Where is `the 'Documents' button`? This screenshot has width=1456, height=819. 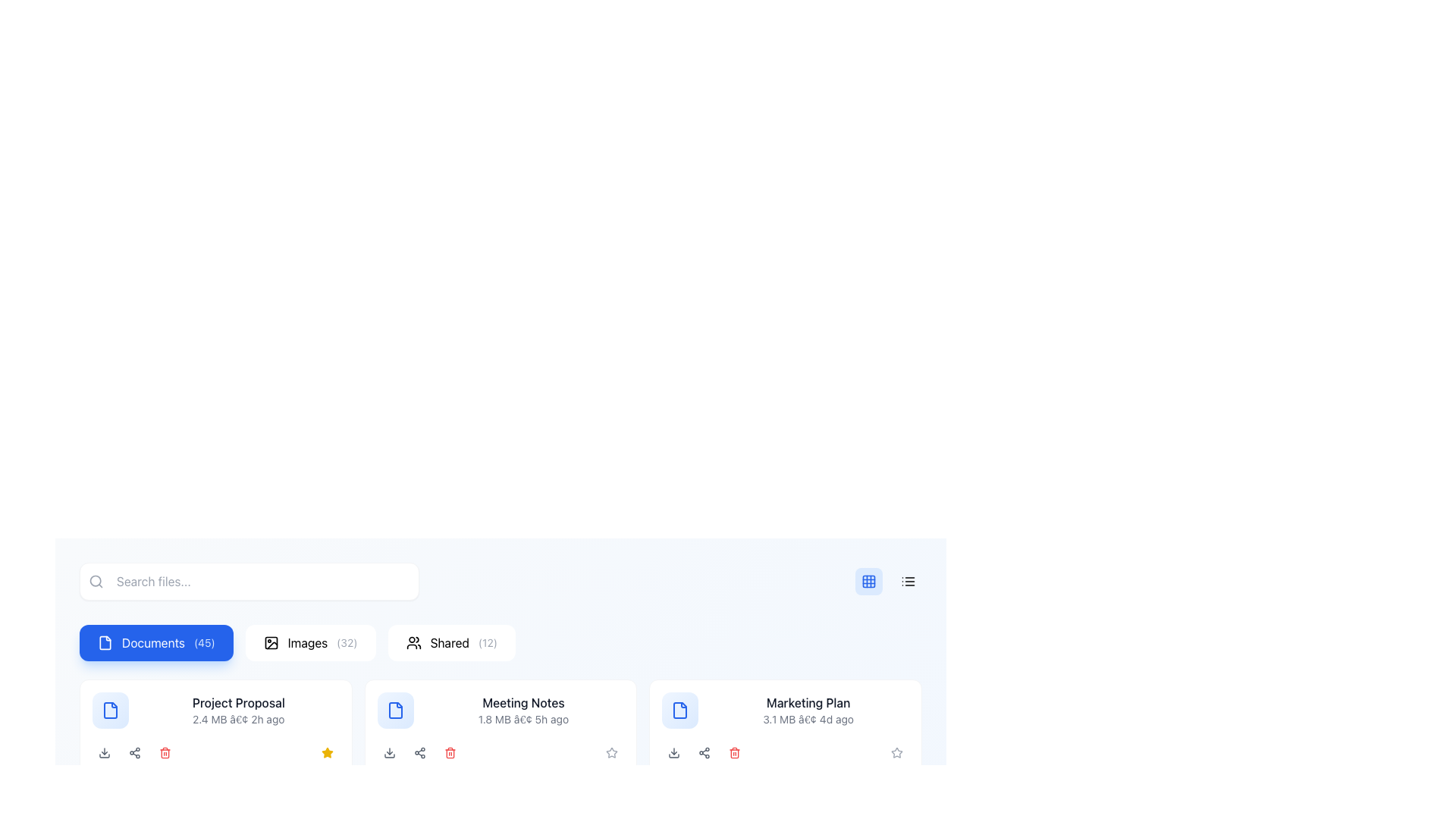 the 'Documents' button is located at coordinates (156, 643).